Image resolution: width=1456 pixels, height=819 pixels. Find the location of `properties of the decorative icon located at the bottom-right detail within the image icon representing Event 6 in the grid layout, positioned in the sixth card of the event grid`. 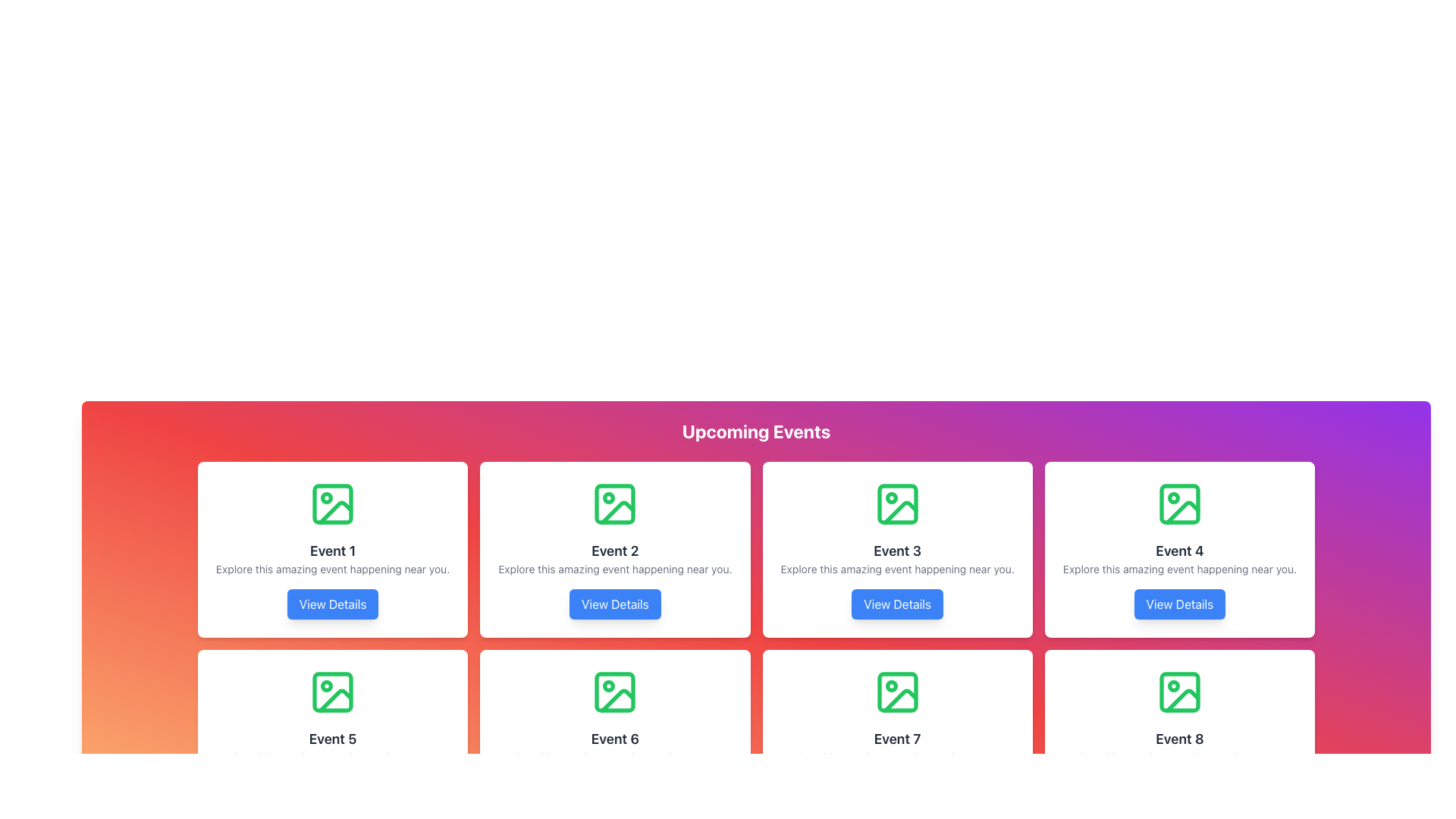

properties of the decorative icon located at the bottom-right detail within the image icon representing Event 6 in the grid layout, positioned in the sixth card of the event grid is located at coordinates (618, 701).